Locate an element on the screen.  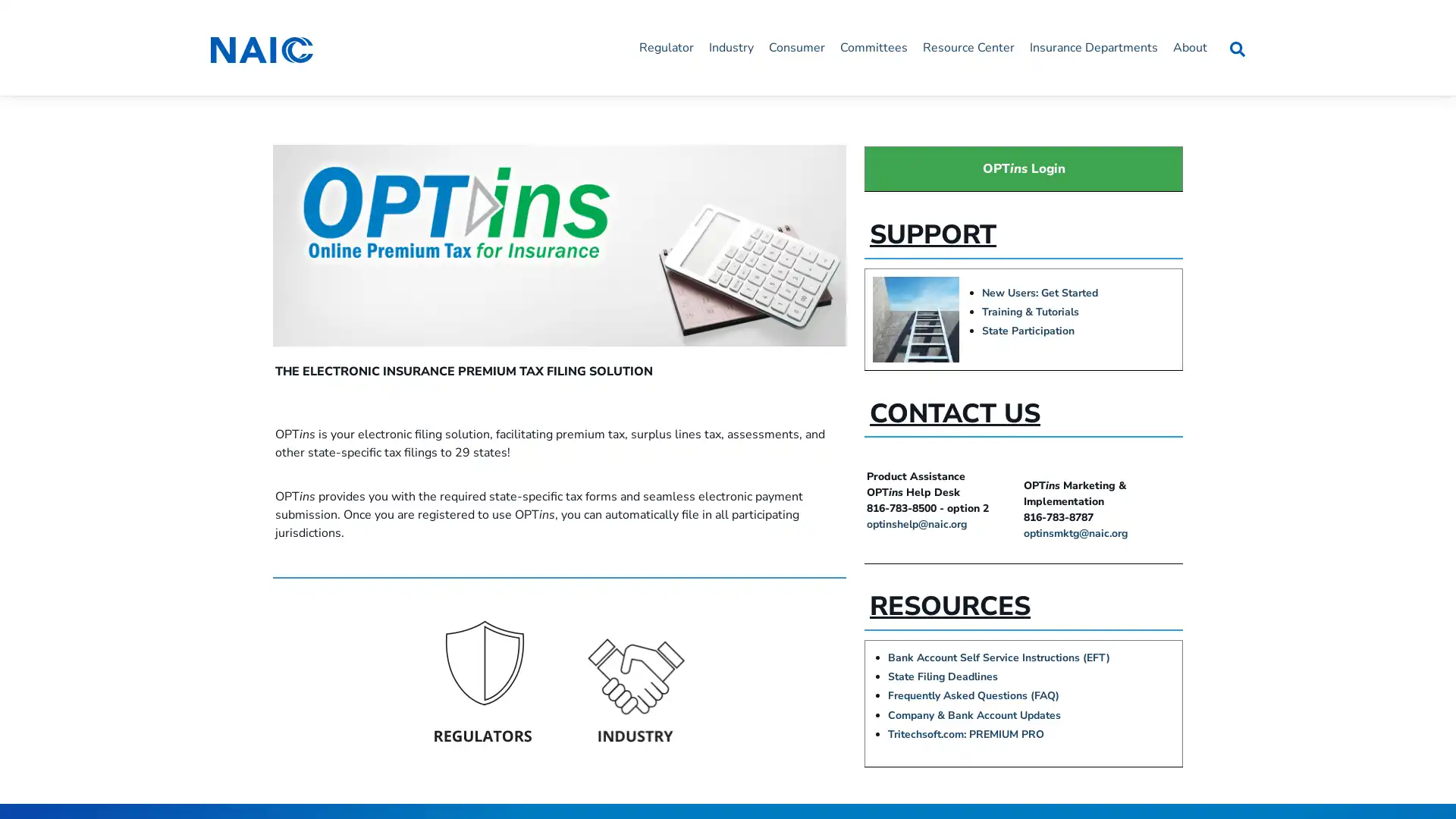
Close is located at coordinates (899, 109).